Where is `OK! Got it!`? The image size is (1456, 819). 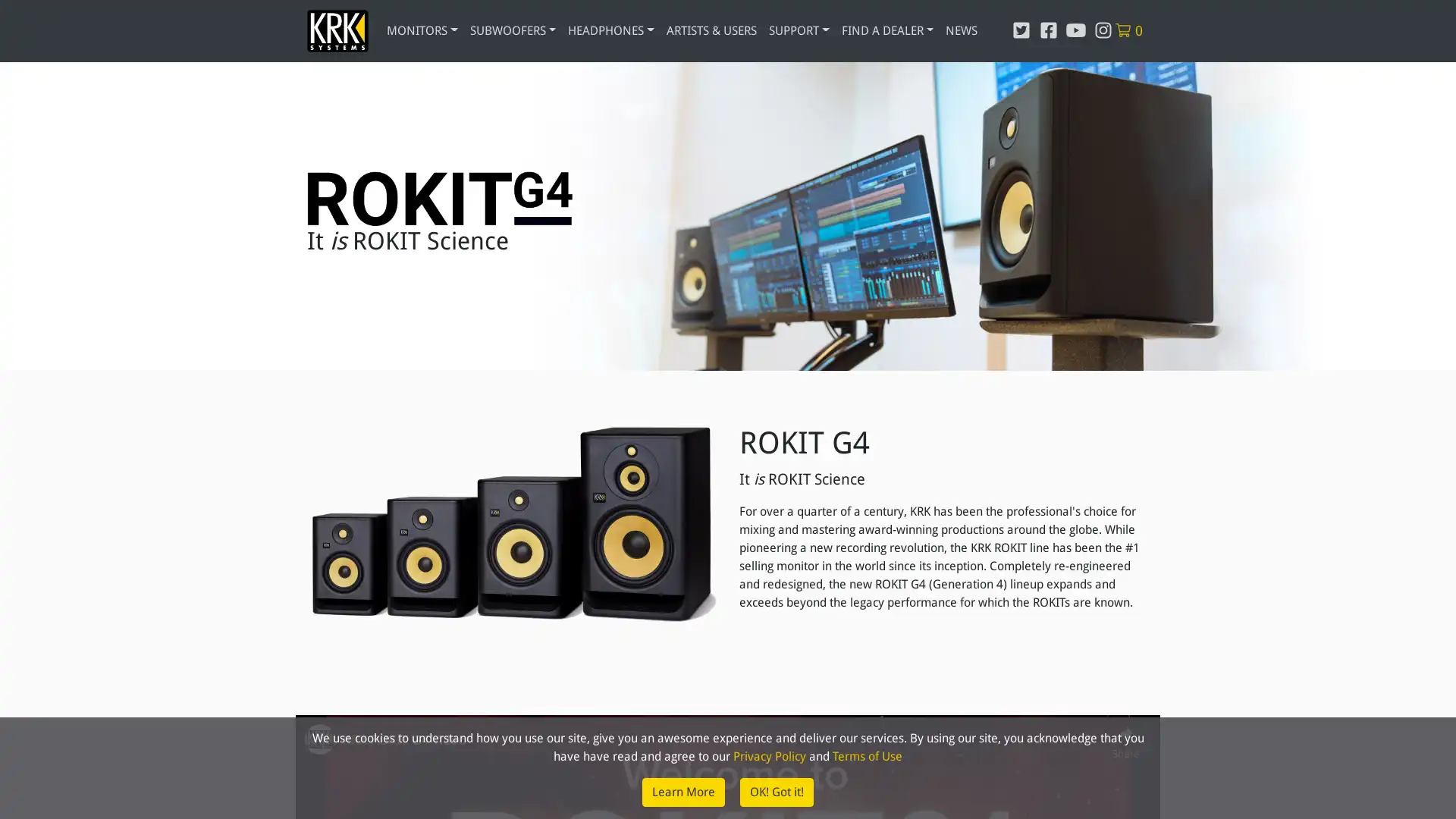 OK! Got it! is located at coordinates (777, 792).